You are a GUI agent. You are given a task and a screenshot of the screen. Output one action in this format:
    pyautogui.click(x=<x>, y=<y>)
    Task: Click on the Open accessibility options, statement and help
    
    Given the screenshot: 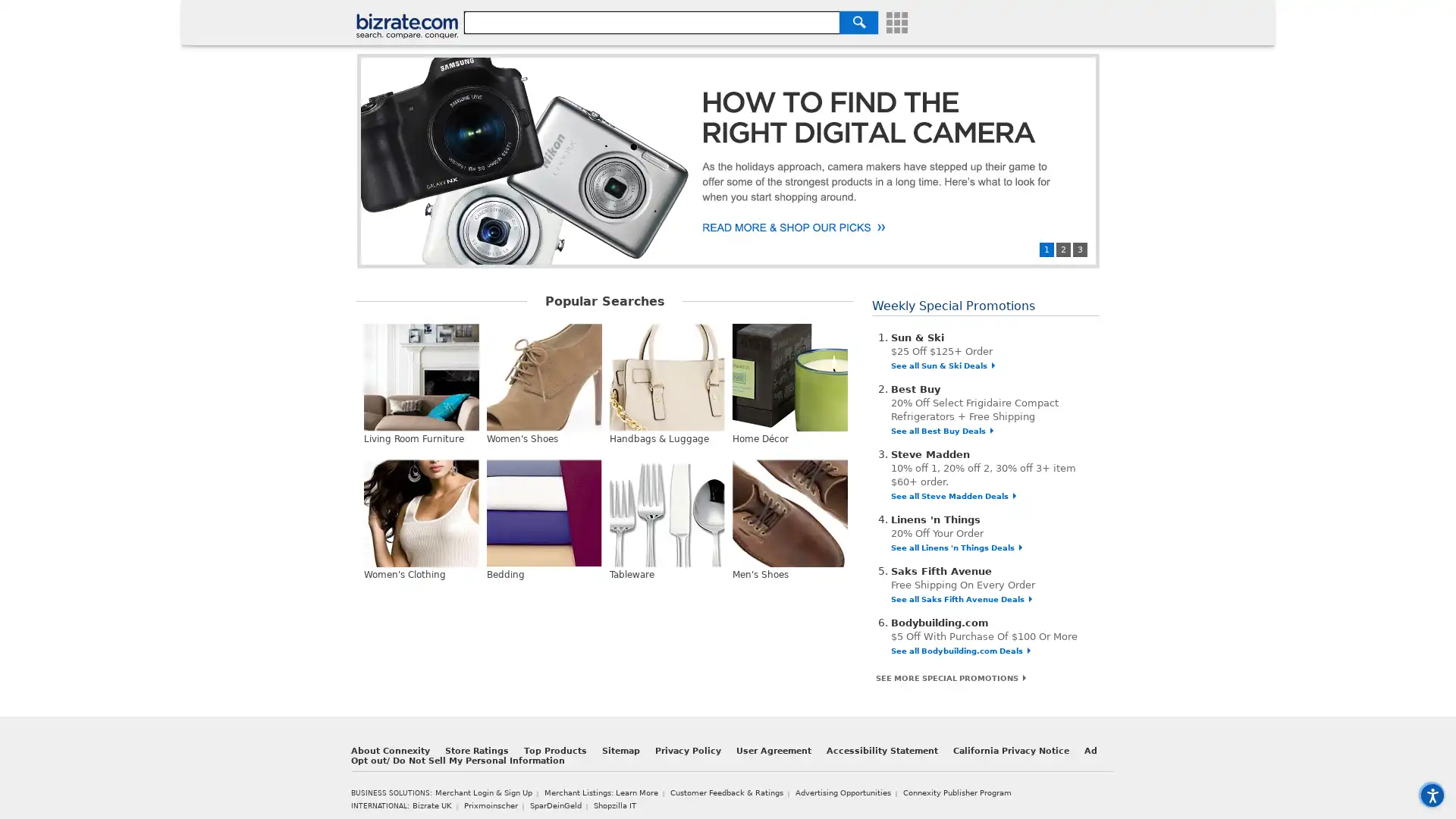 What is the action you would take?
    pyautogui.click(x=1429, y=792)
    